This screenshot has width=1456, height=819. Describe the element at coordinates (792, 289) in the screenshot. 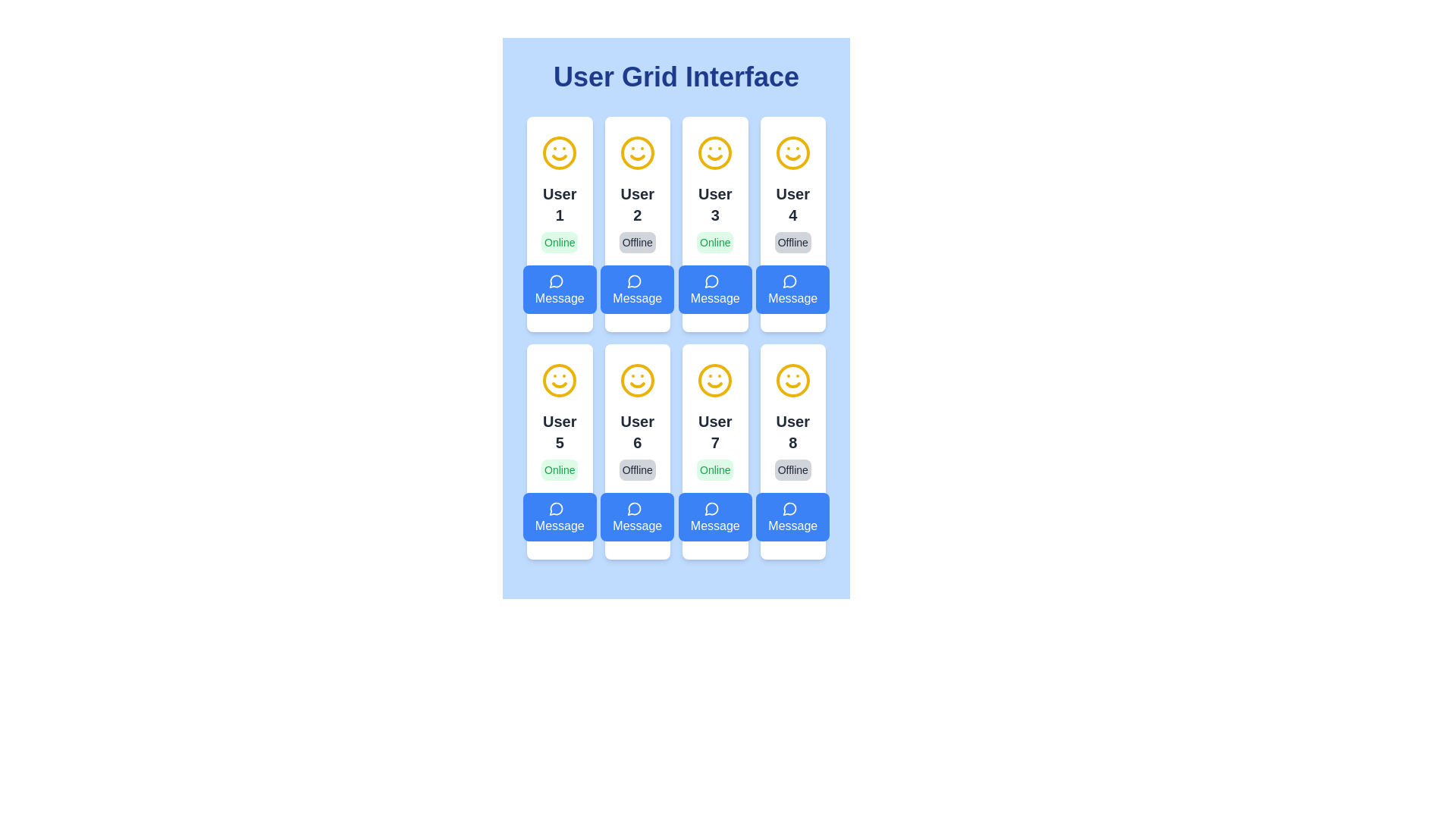

I see `the interactive button located at the bottom of the card representing 'User 4' to send a message` at that location.